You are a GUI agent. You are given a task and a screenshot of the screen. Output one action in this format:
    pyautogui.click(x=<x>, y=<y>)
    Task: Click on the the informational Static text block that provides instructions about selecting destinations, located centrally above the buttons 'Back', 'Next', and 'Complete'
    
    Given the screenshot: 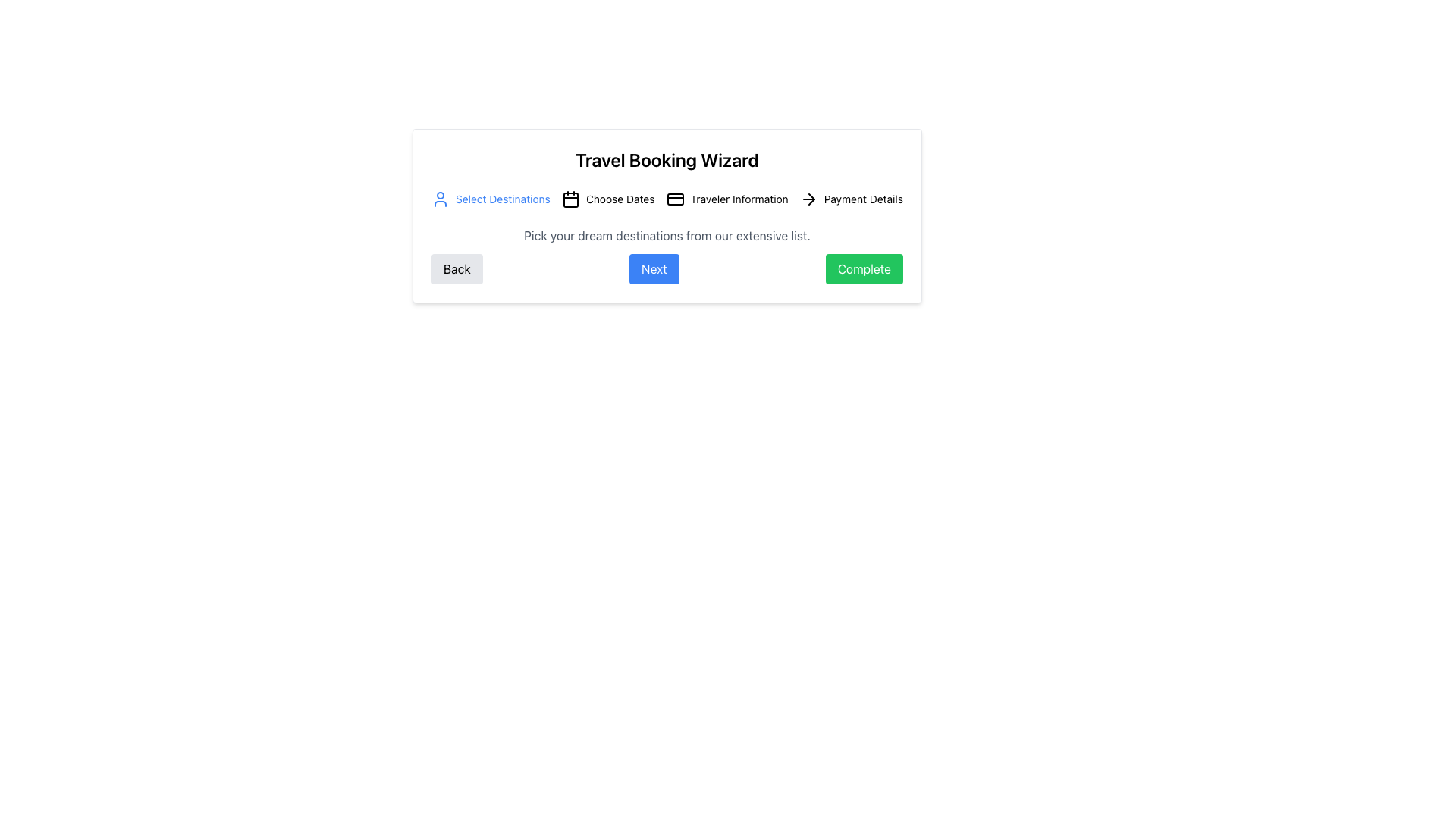 What is the action you would take?
    pyautogui.click(x=667, y=236)
    